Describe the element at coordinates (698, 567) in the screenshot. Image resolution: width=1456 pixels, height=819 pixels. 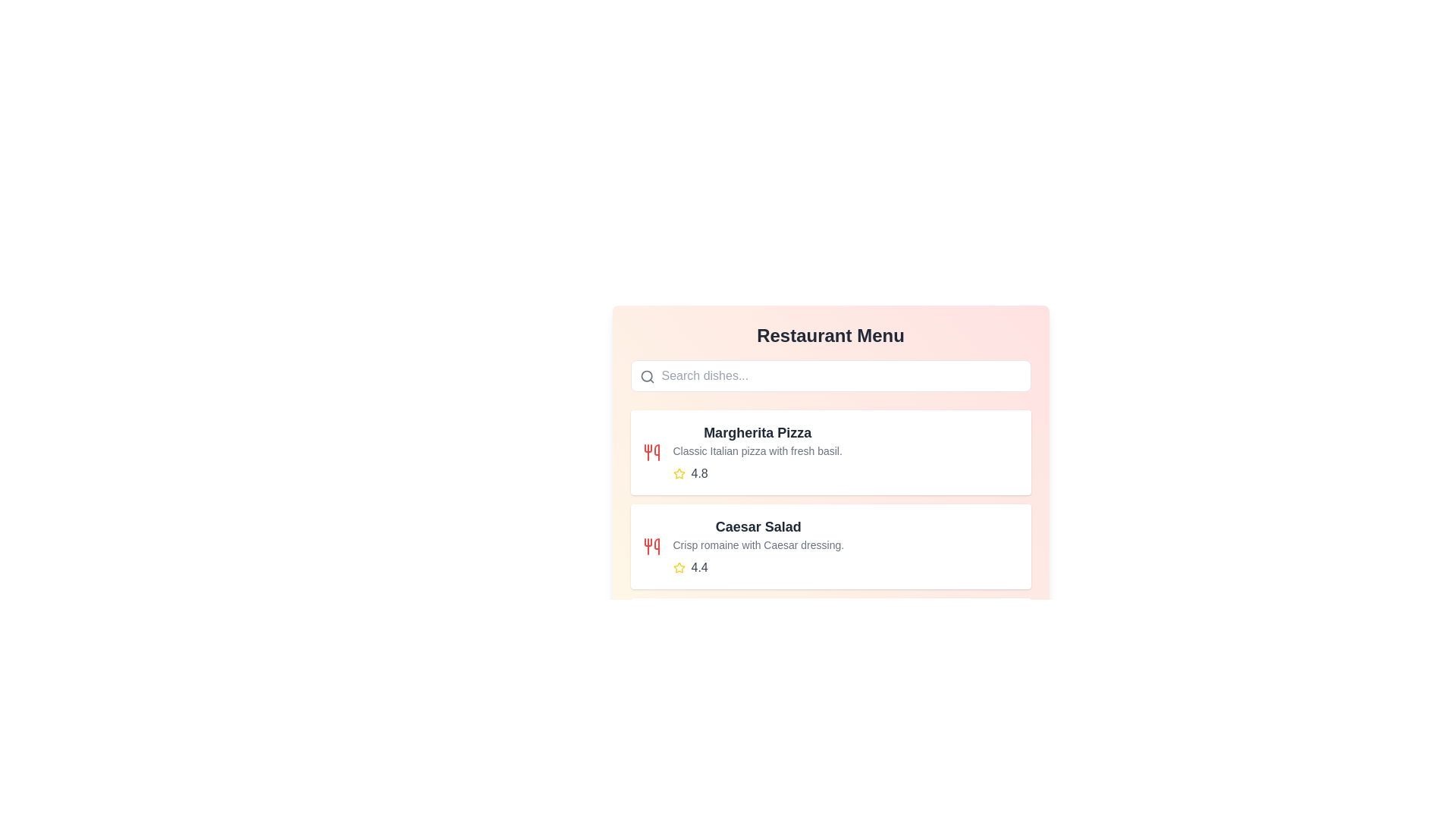
I see `the numeric rating text '4.4' styled with a gray font, which is positioned adjacent to the yellow star icon for the 'Caesar Salad' dish in the vertical list` at that location.